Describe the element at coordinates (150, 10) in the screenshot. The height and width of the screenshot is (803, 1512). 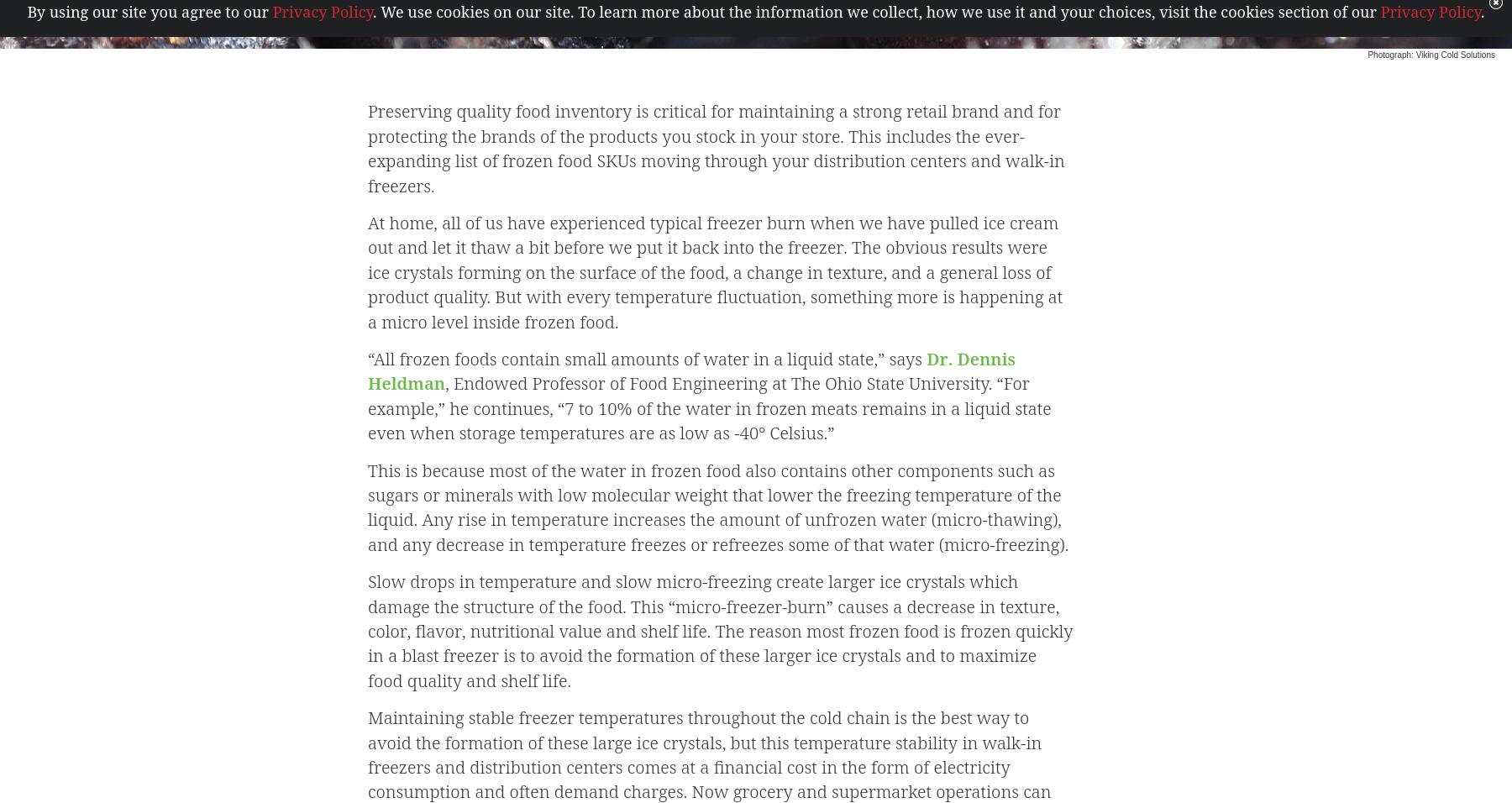
I see `'By using our site you agree to our'` at that location.